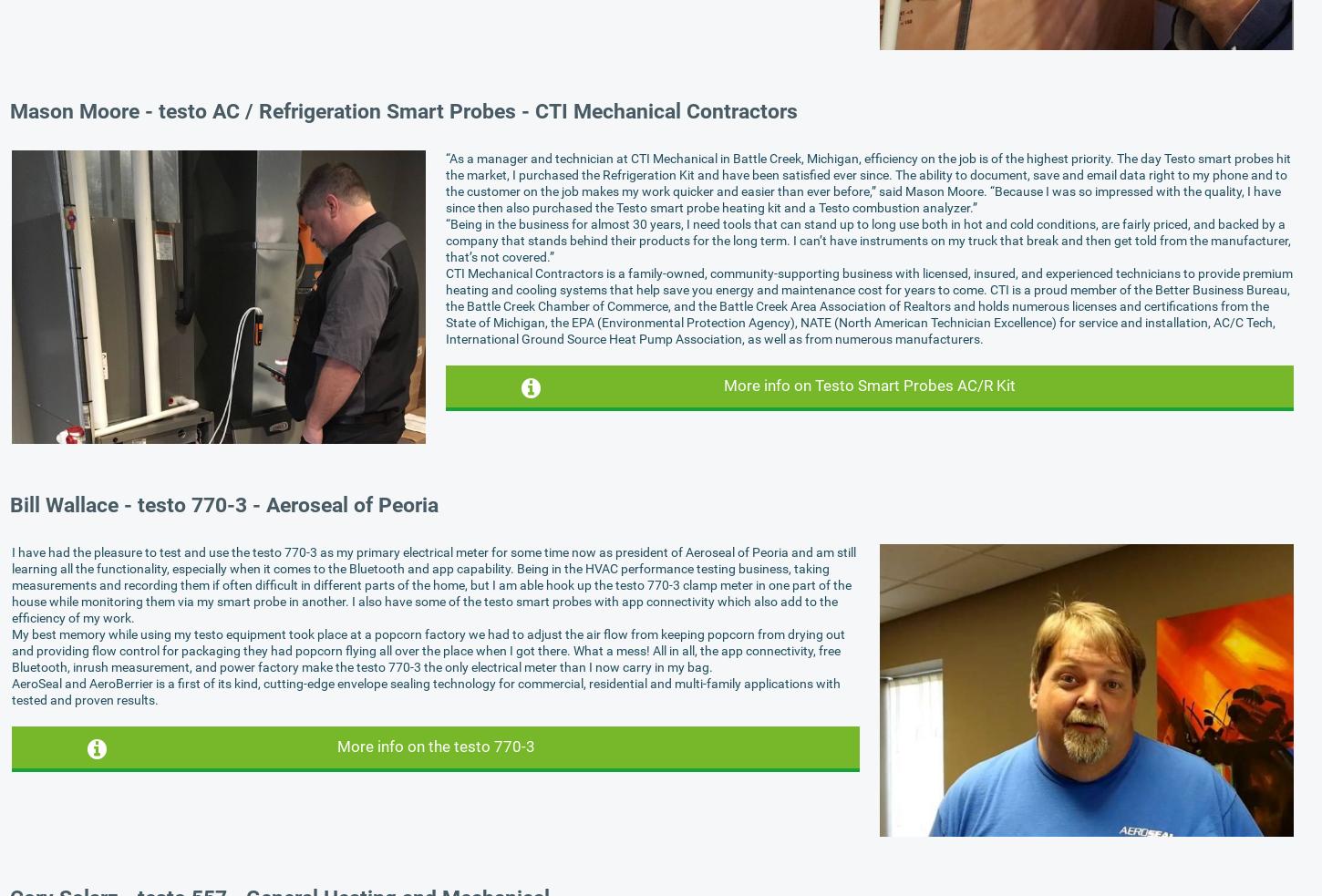 This screenshot has width=1322, height=896. Describe the element at coordinates (445, 182) in the screenshot. I see `'“As a manager and technician at CTI Mechanical in Battle Creek, Michigan, efficiency on the job is of the highest priority. The day Testo smart probes hit the market, I purchased the Refrigeration Kit and have been satisfied ever since. The ability to document, save and email data right to my phone and to the customer on the job makes my work quicker and easier than ever before,” said Mason Moore. “Because I was so impressed with the quality, I have since then also purchased the Testo smart probe heating kit and a Testo combustion analyzer.”'` at that location.